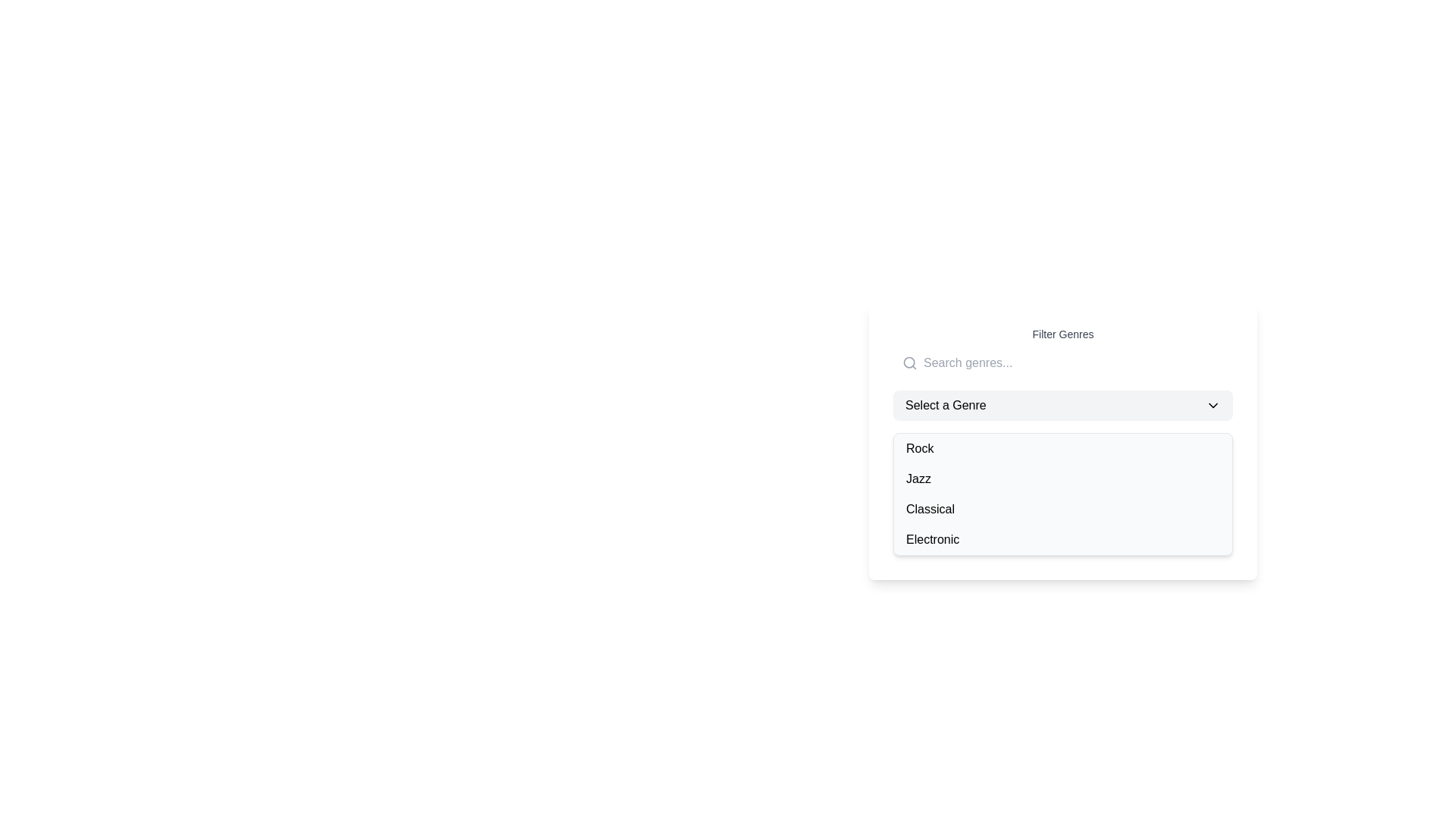 This screenshot has height=819, width=1456. What do you see at coordinates (930, 509) in the screenshot?
I see `the third item in the dropdown list labeled 'Select a Genre'` at bounding box center [930, 509].